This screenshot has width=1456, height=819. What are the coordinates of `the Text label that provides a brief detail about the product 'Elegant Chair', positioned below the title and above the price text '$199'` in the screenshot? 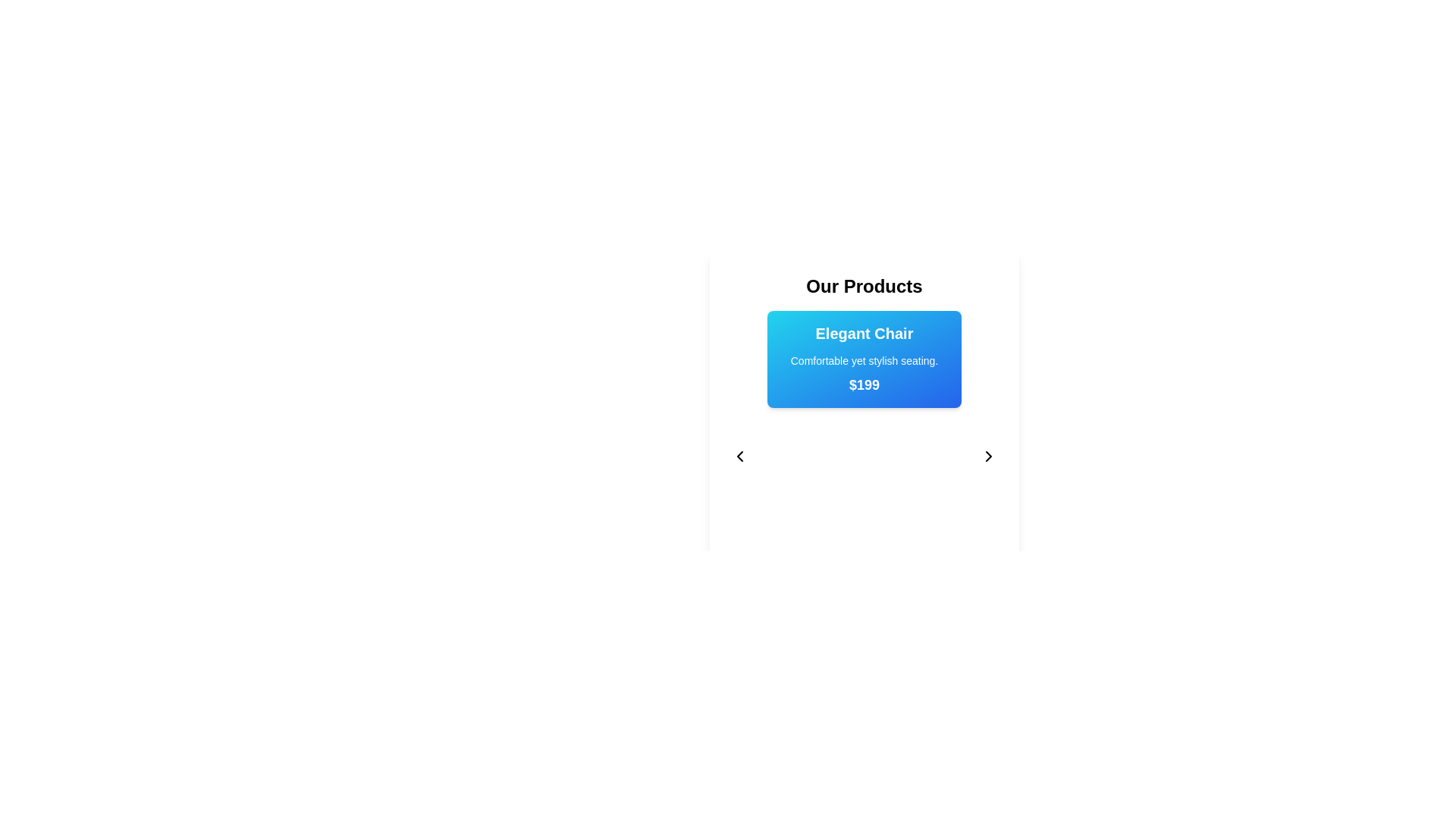 It's located at (864, 360).